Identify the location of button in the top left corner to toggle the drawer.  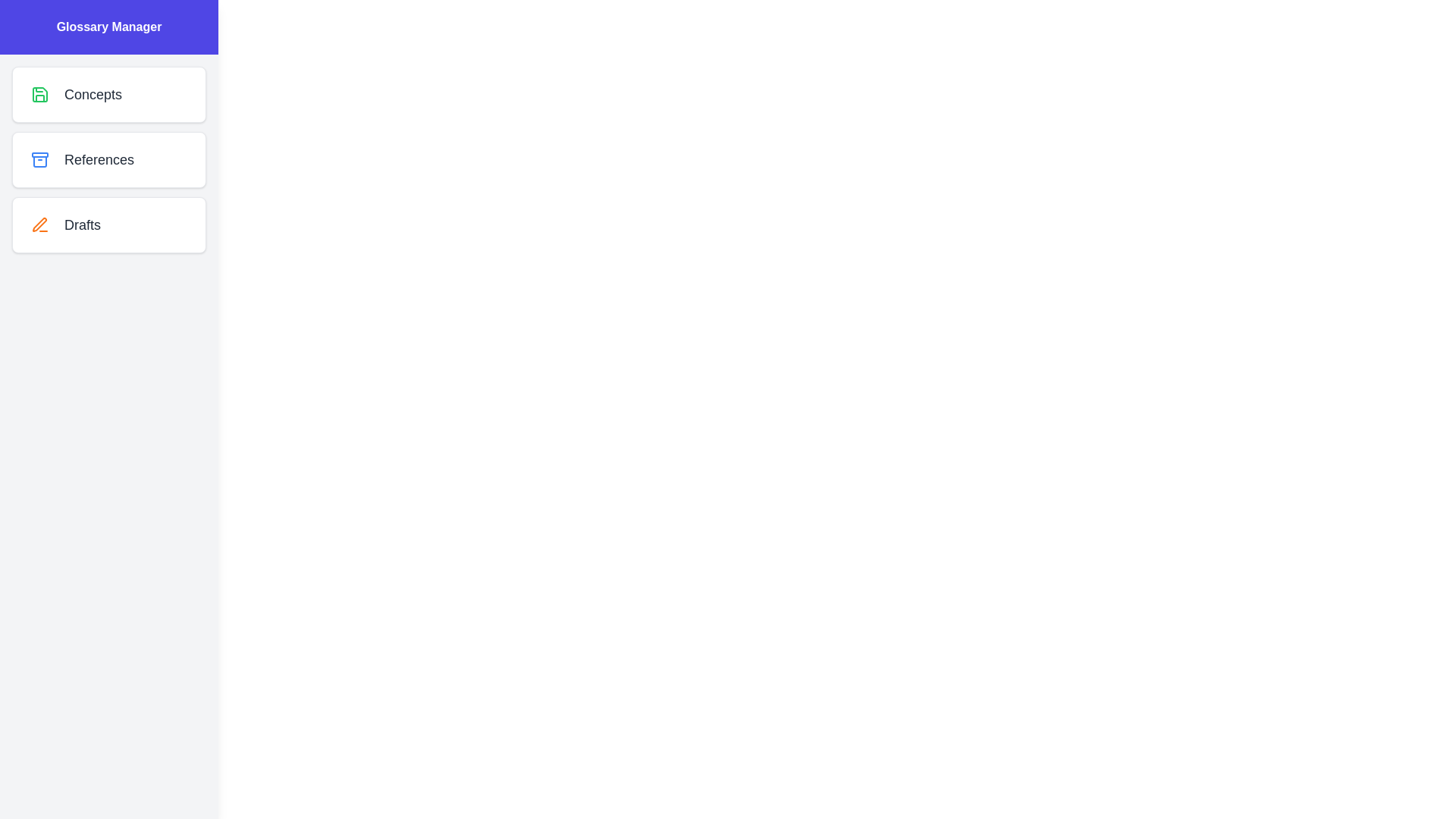
(39, 38).